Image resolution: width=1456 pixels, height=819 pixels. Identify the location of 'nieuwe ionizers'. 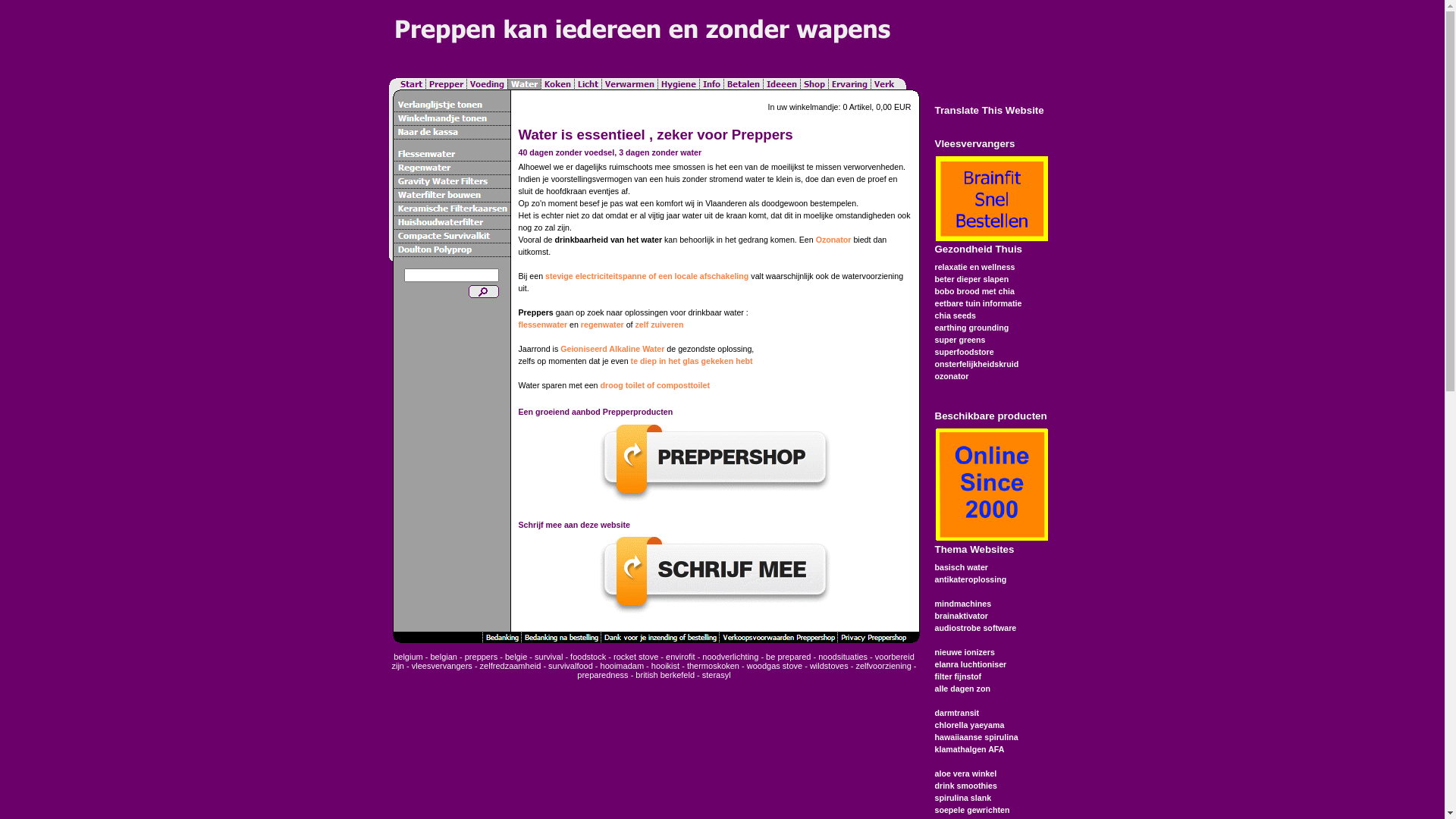
(963, 651).